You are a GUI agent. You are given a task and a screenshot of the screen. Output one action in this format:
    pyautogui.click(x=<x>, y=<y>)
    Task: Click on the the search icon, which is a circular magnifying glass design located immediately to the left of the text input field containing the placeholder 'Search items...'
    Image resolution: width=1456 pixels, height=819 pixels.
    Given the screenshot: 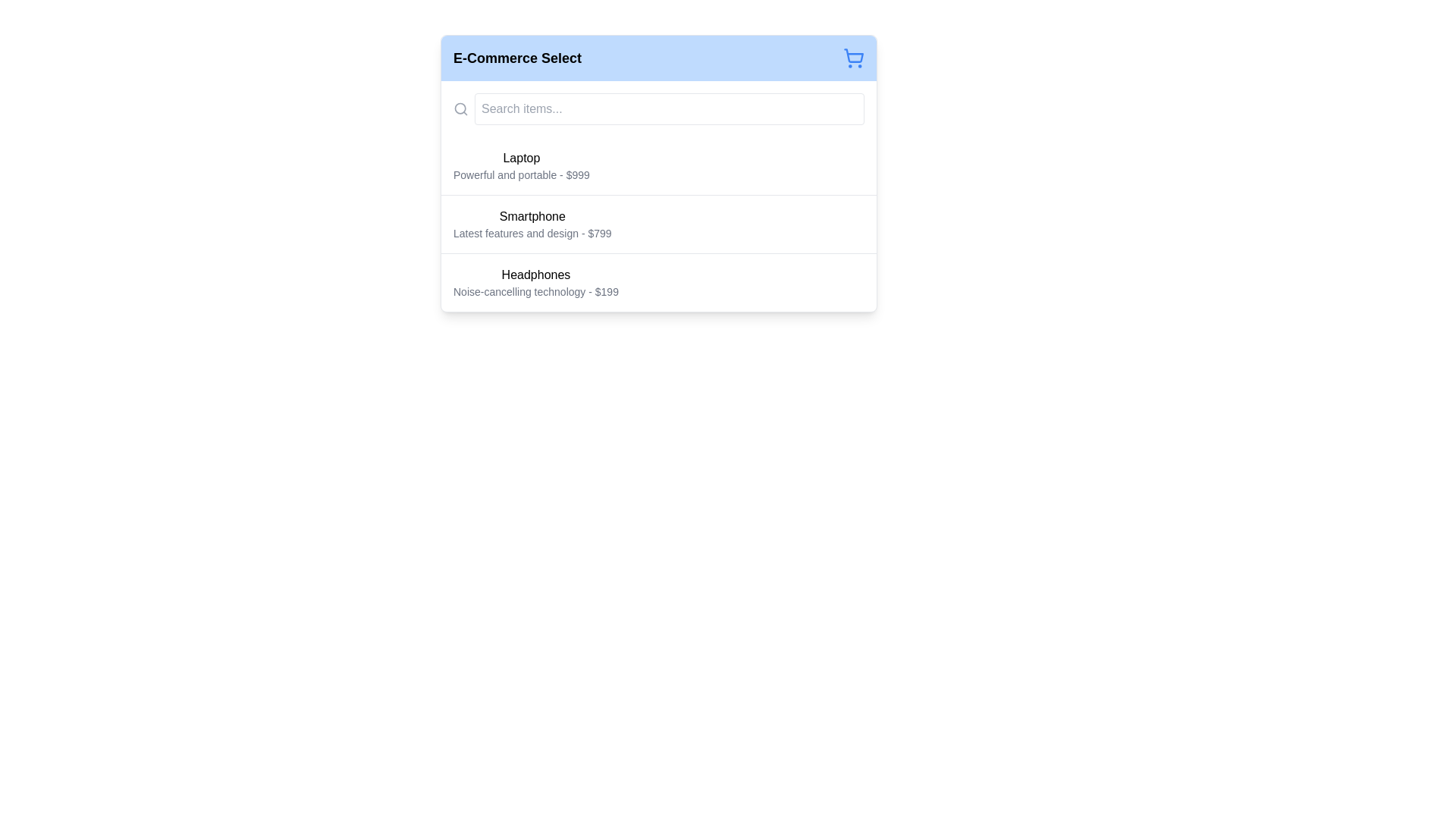 What is the action you would take?
    pyautogui.click(x=460, y=108)
    